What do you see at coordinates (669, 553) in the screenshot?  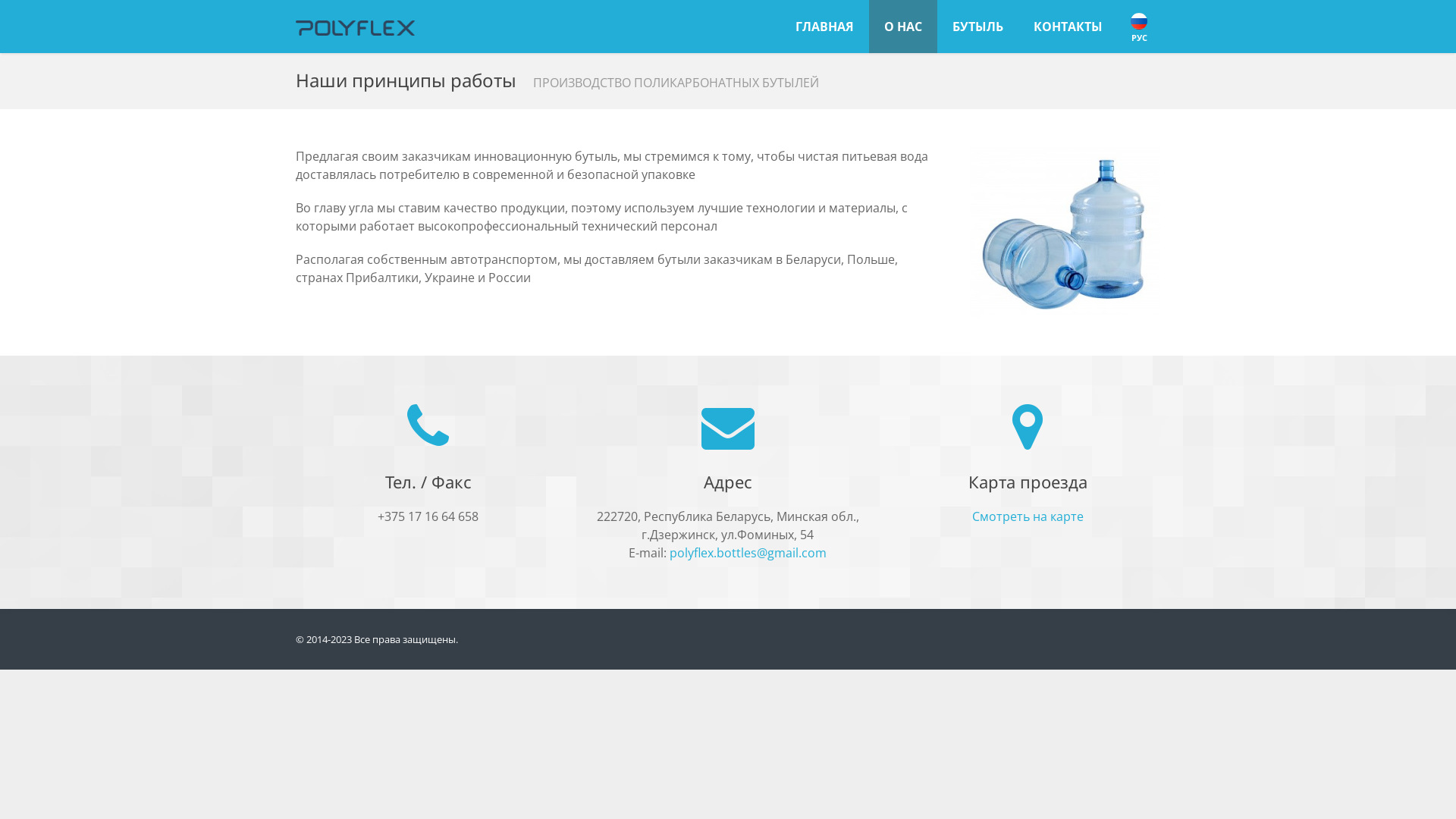 I see `'polyflex.bottles@gmail.com'` at bounding box center [669, 553].